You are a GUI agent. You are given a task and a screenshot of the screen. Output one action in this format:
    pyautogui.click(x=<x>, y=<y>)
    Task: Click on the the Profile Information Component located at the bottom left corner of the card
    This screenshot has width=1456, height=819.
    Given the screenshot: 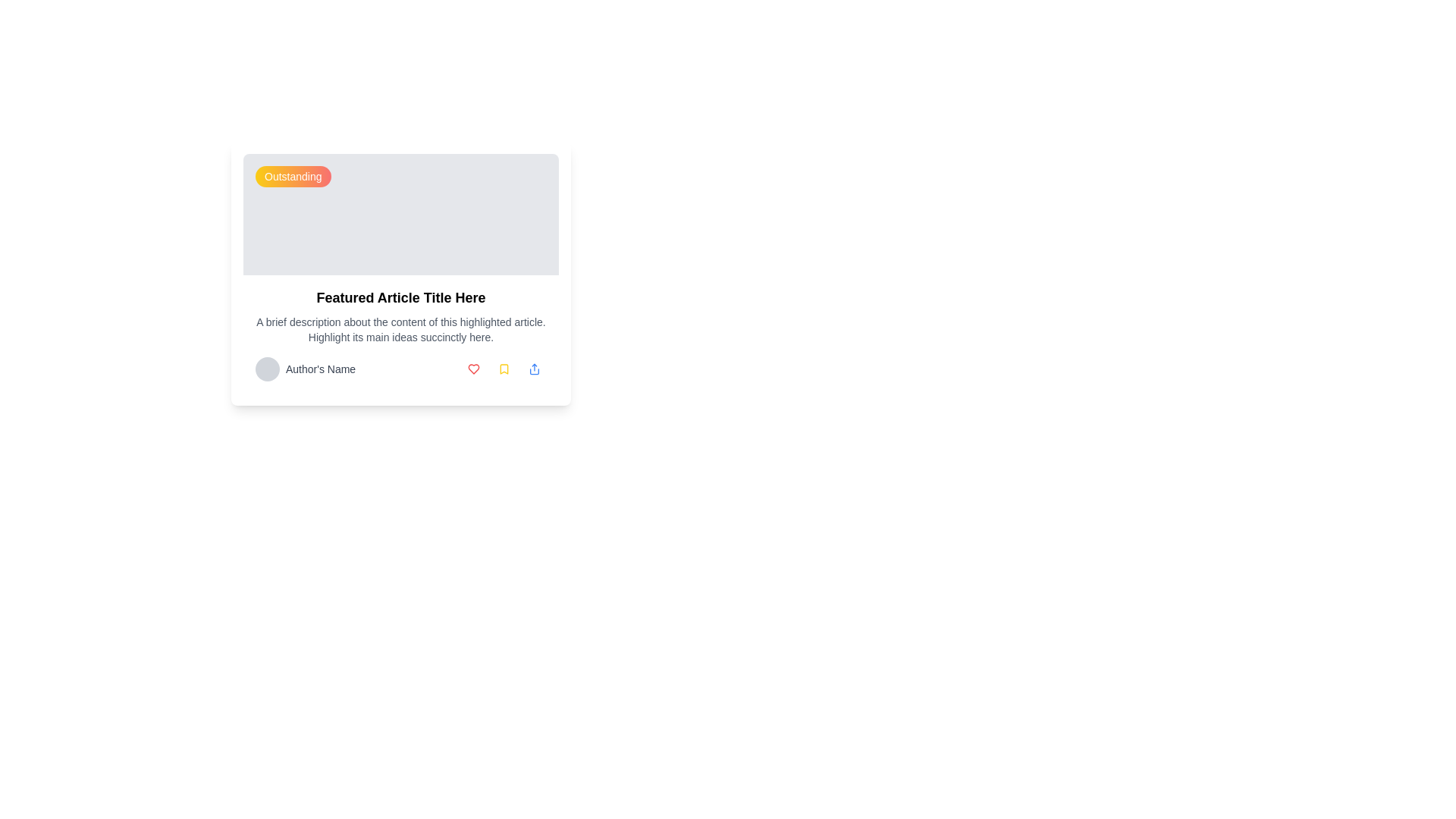 What is the action you would take?
    pyautogui.click(x=305, y=369)
    